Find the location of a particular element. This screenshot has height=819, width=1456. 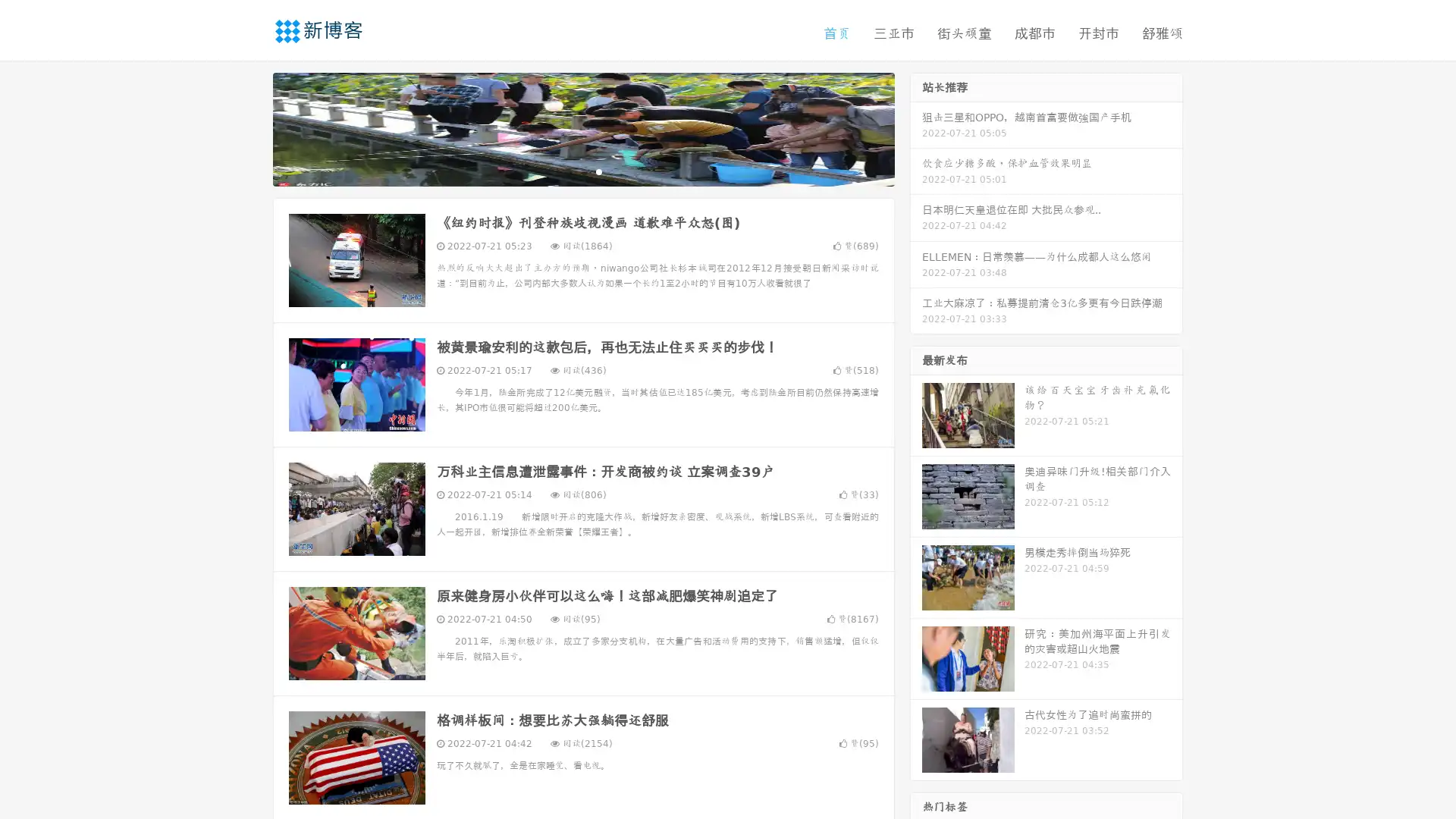

Go to slide 1 is located at coordinates (567, 171).